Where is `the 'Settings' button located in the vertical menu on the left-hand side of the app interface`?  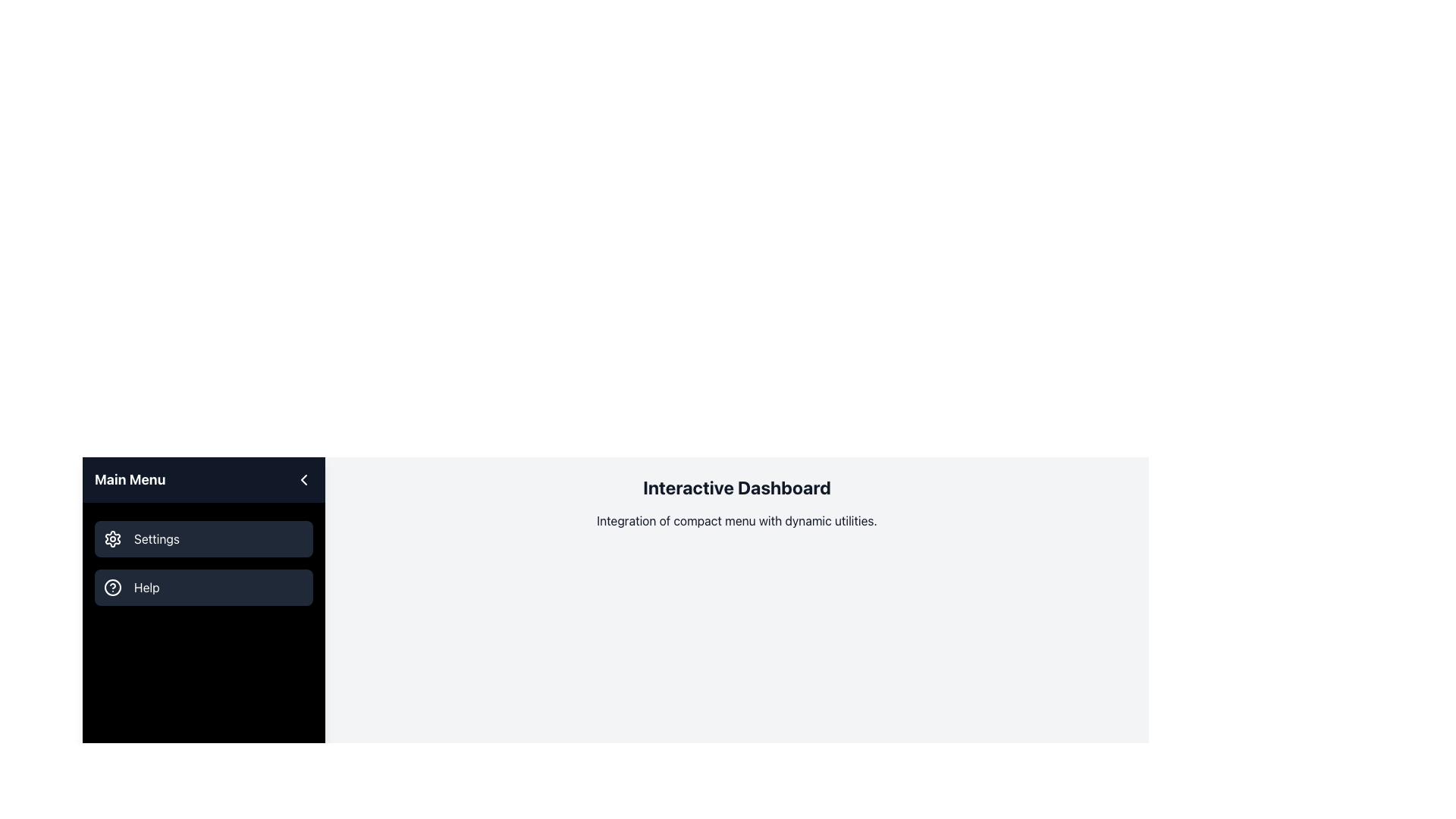
the 'Settings' button located in the vertical menu on the left-hand side of the app interface is located at coordinates (202, 538).